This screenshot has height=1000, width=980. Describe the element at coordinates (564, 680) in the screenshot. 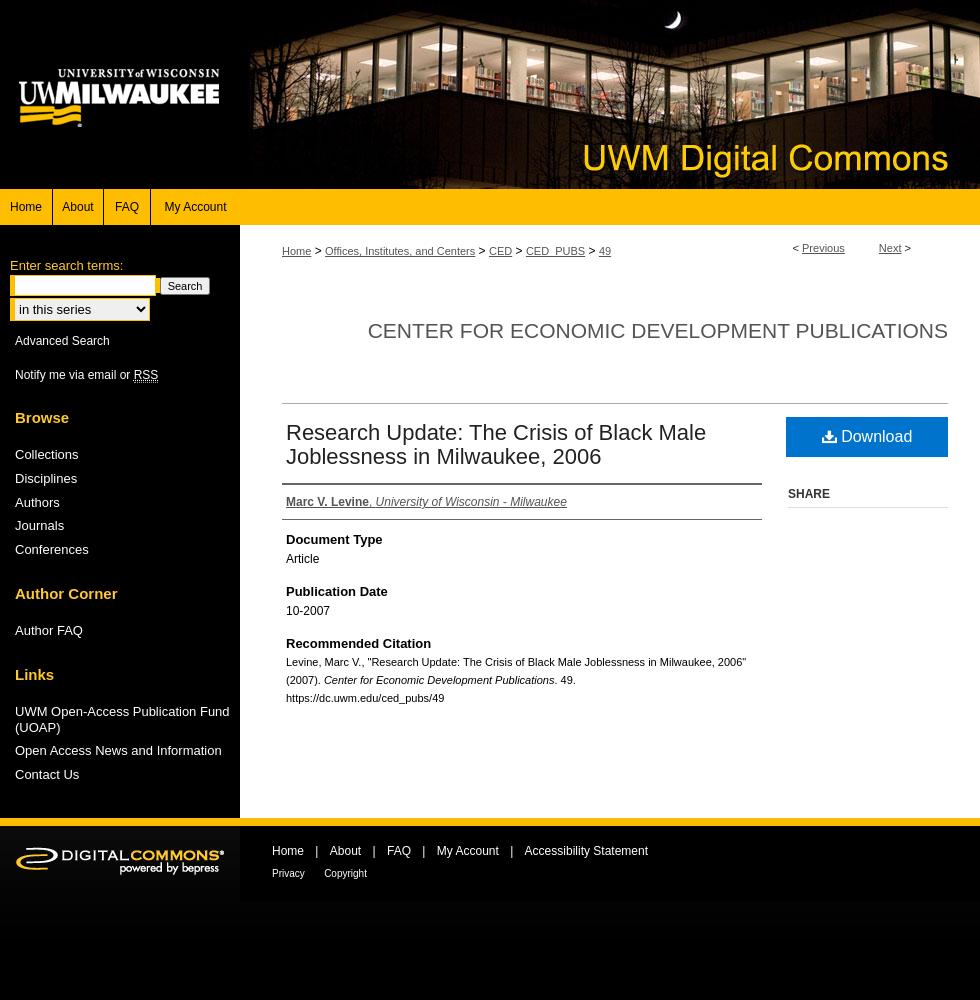

I see `'.  49.'` at that location.